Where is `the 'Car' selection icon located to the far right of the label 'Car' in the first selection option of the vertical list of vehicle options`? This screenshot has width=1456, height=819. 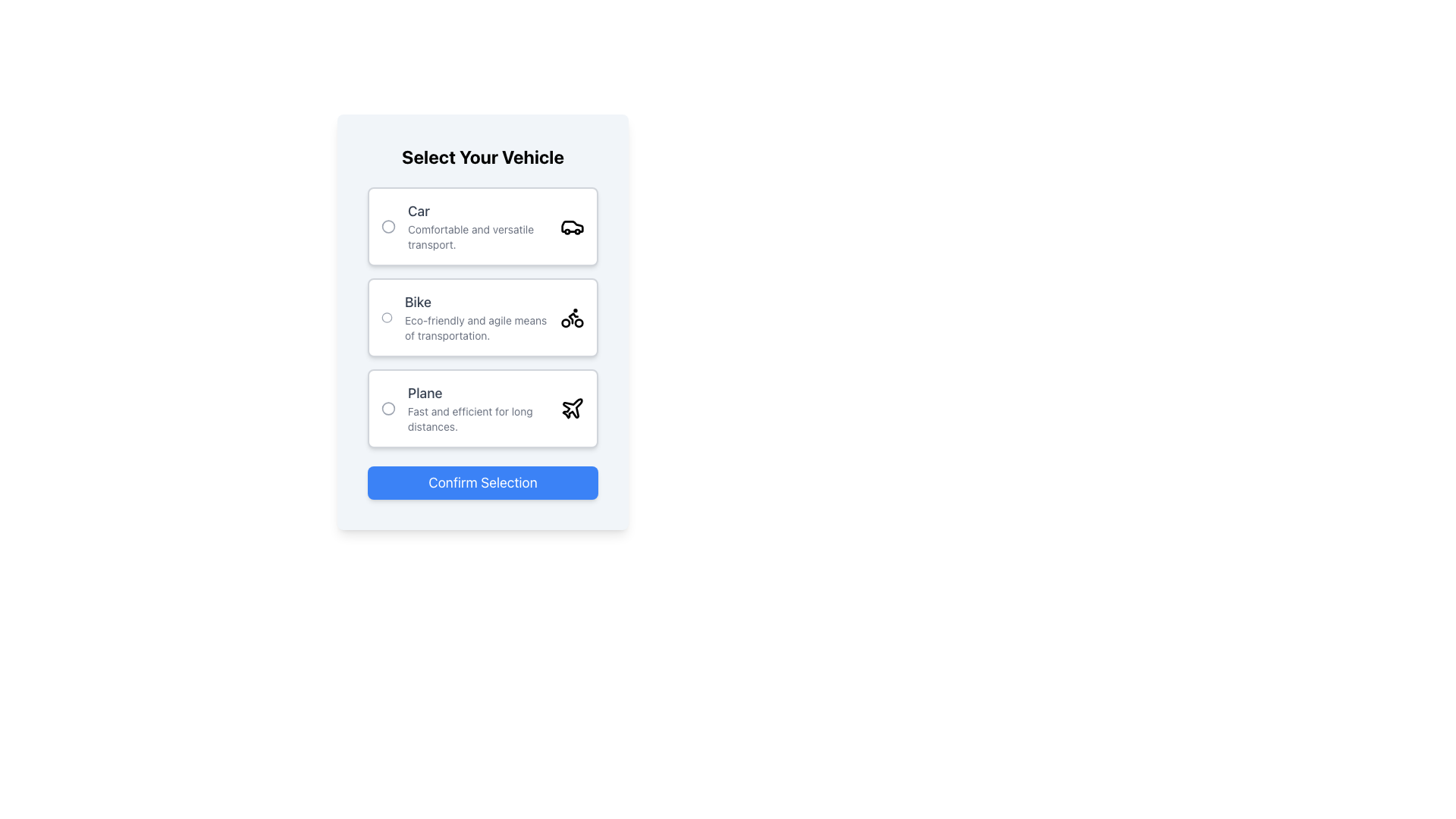
the 'Car' selection icon located to the far right of the label 'Car' in the first selection option of the vertical list of vehicle options is located at coordinates (571, 227).